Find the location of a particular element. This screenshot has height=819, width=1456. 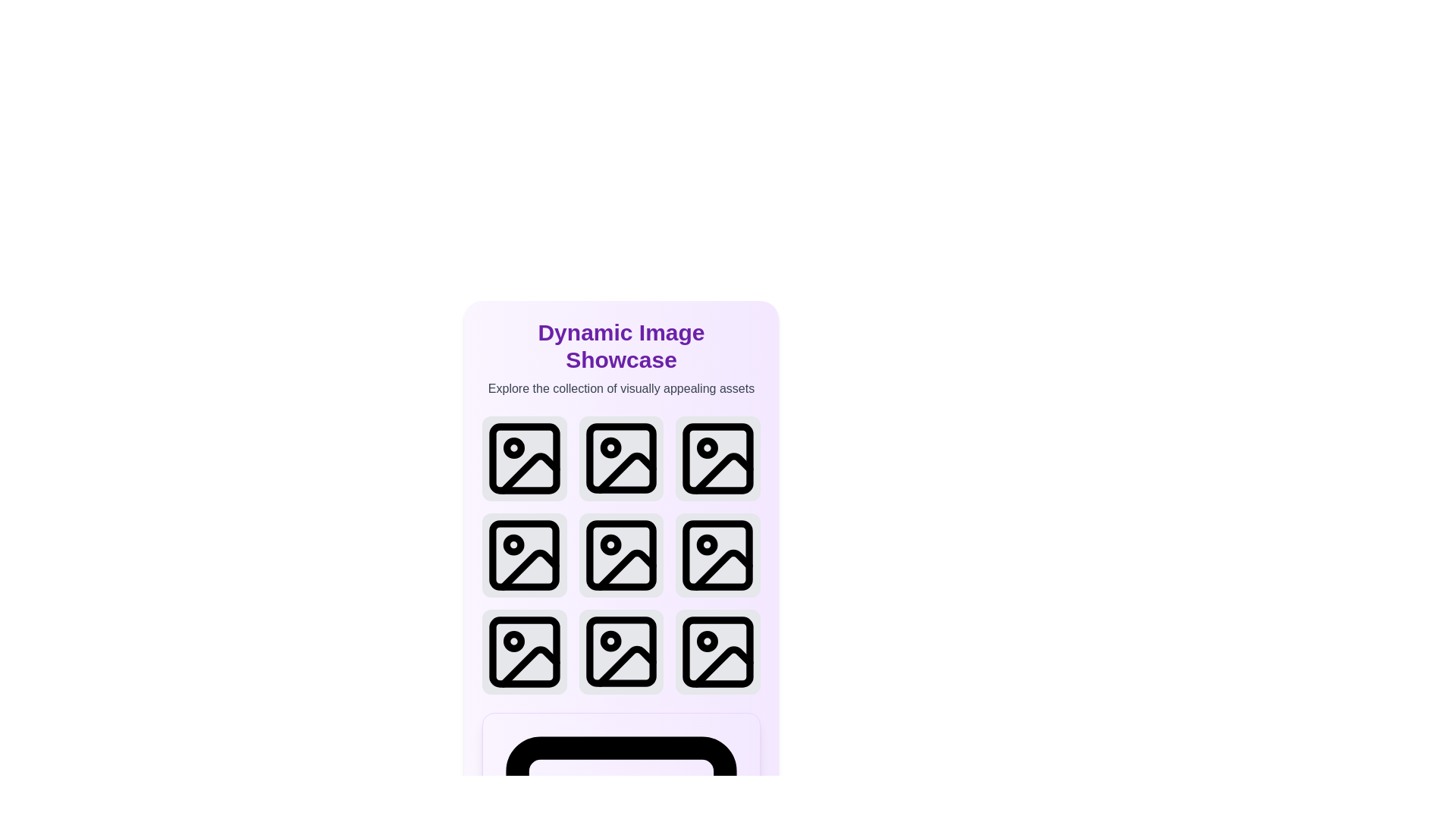

the square-shaped image placeholder with a light gray background and a black outline, featuring a black circle and a line drawing of a mountain with the sun, located in the third column of the second row within a 3x3 grid beneath 'Dynamic Image Showcase' is located at coordinates (717, 555).